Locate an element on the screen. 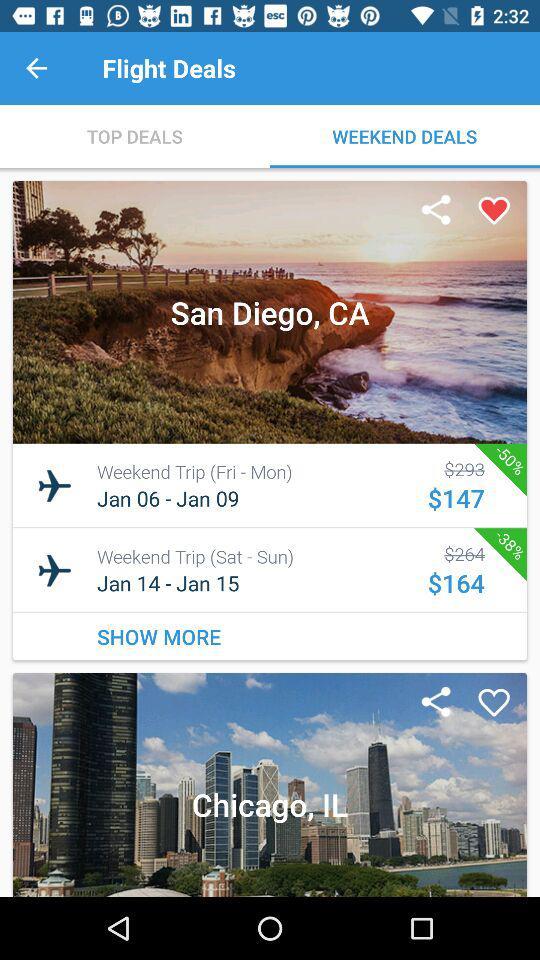  share link is located at coordinates (435, 703).